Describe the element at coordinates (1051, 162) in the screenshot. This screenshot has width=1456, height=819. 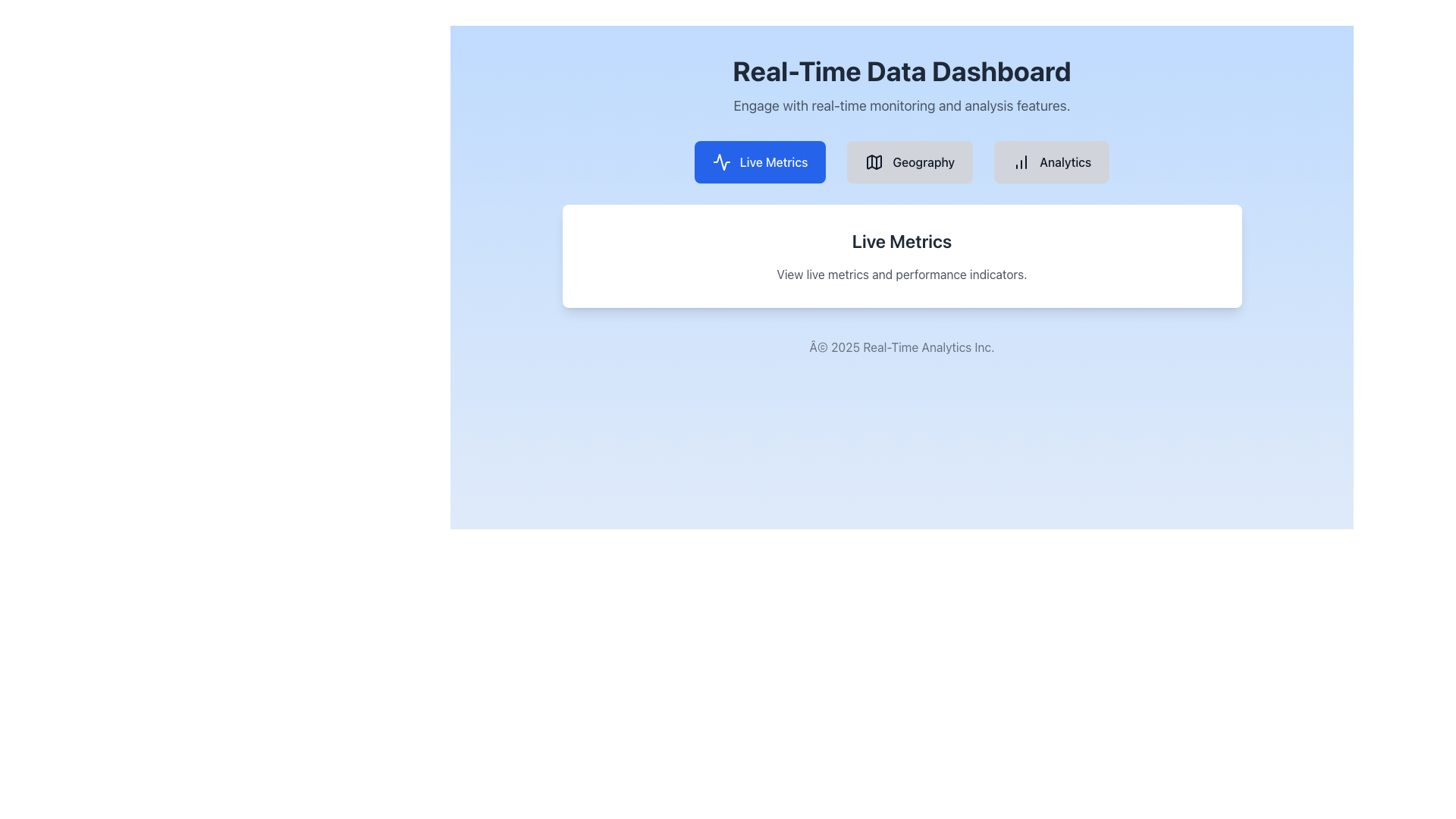
I see `the button labeled 'Analytics' with a gray background and bar chart icon` at that location.